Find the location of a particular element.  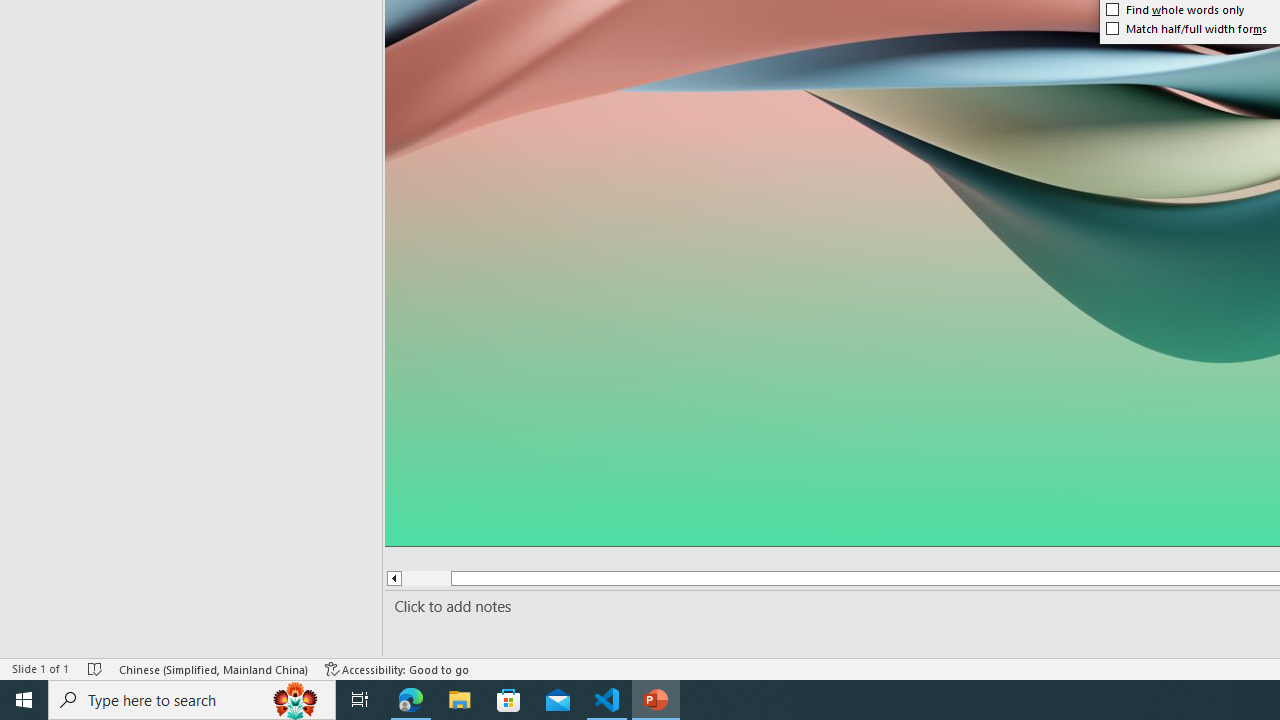

'Accessibility Checker Accessibility: Good to go' is located at coordinates (397, 669).